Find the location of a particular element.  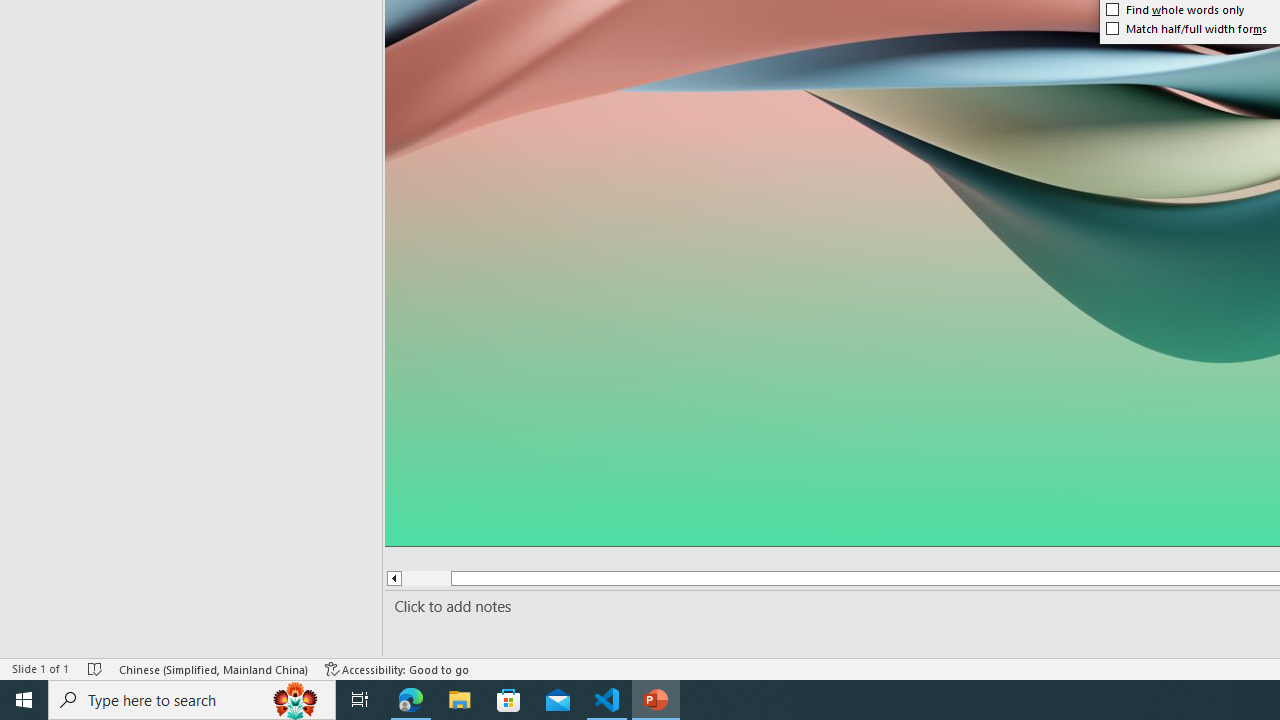

'Accessibility Checker Accessibility: Good to go' is located at coordinates (397, 669).